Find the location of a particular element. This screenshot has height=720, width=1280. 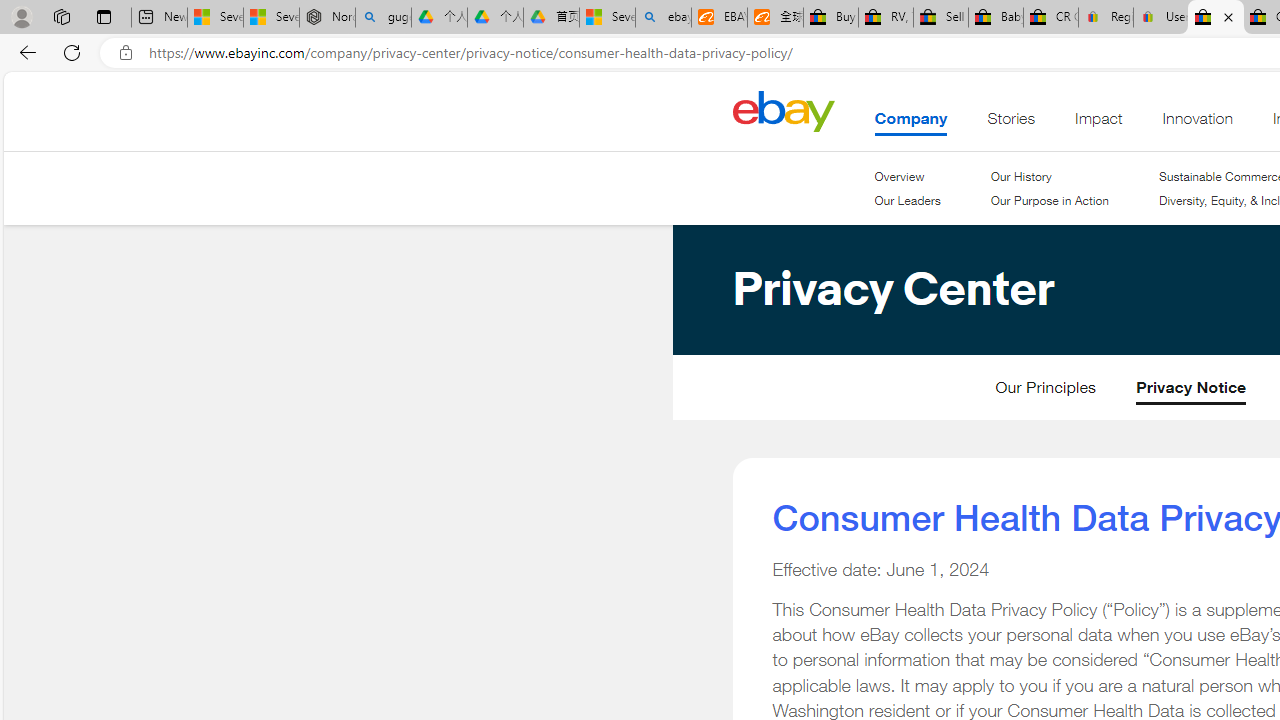

'Register: Create a personal eBay account' is located at coordinates (1104, 17).